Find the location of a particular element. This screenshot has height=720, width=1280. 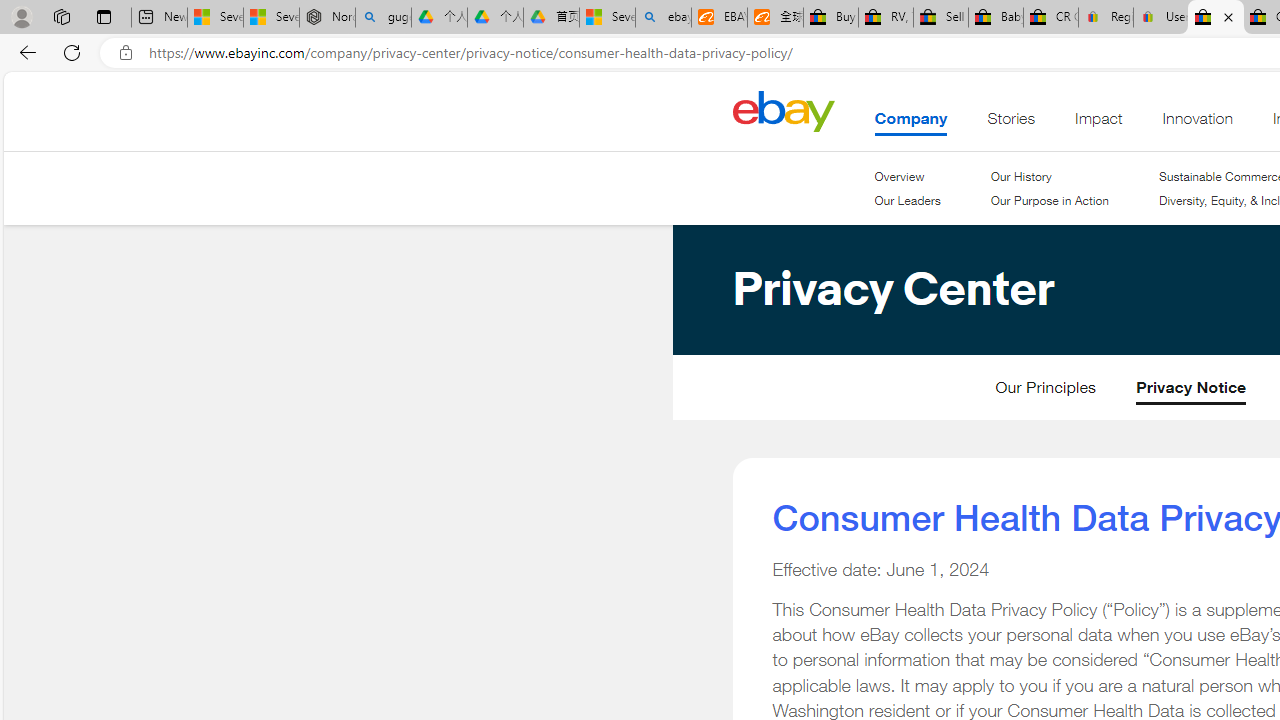

'Register: Create a personal eBay account' is located at coordinates (1104, 17).